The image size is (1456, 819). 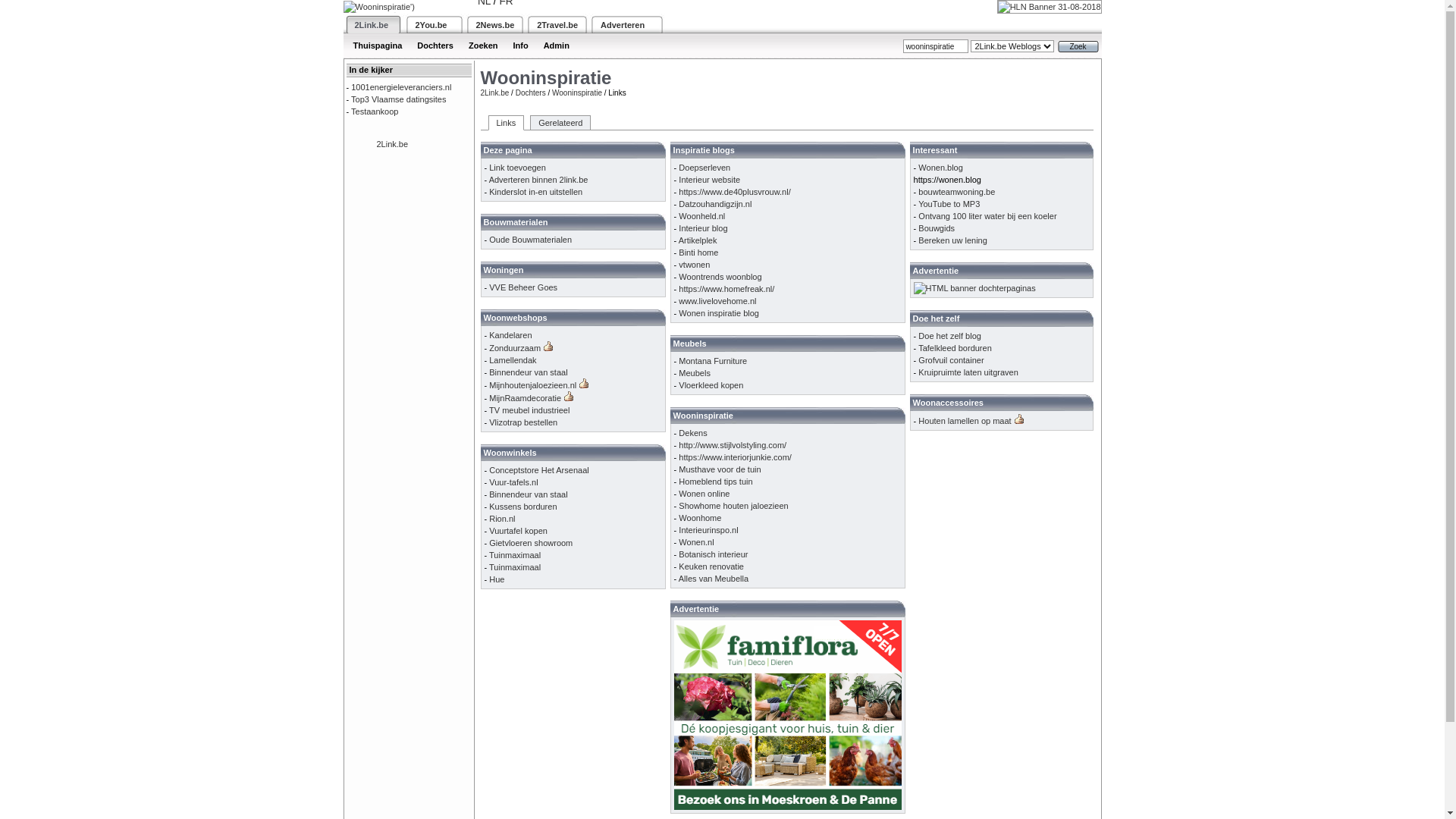 What do you see at coordinates (523, 287) in the screenshot?
I see `'VVE Beheer Goes'` at bounding box center [523, 287].